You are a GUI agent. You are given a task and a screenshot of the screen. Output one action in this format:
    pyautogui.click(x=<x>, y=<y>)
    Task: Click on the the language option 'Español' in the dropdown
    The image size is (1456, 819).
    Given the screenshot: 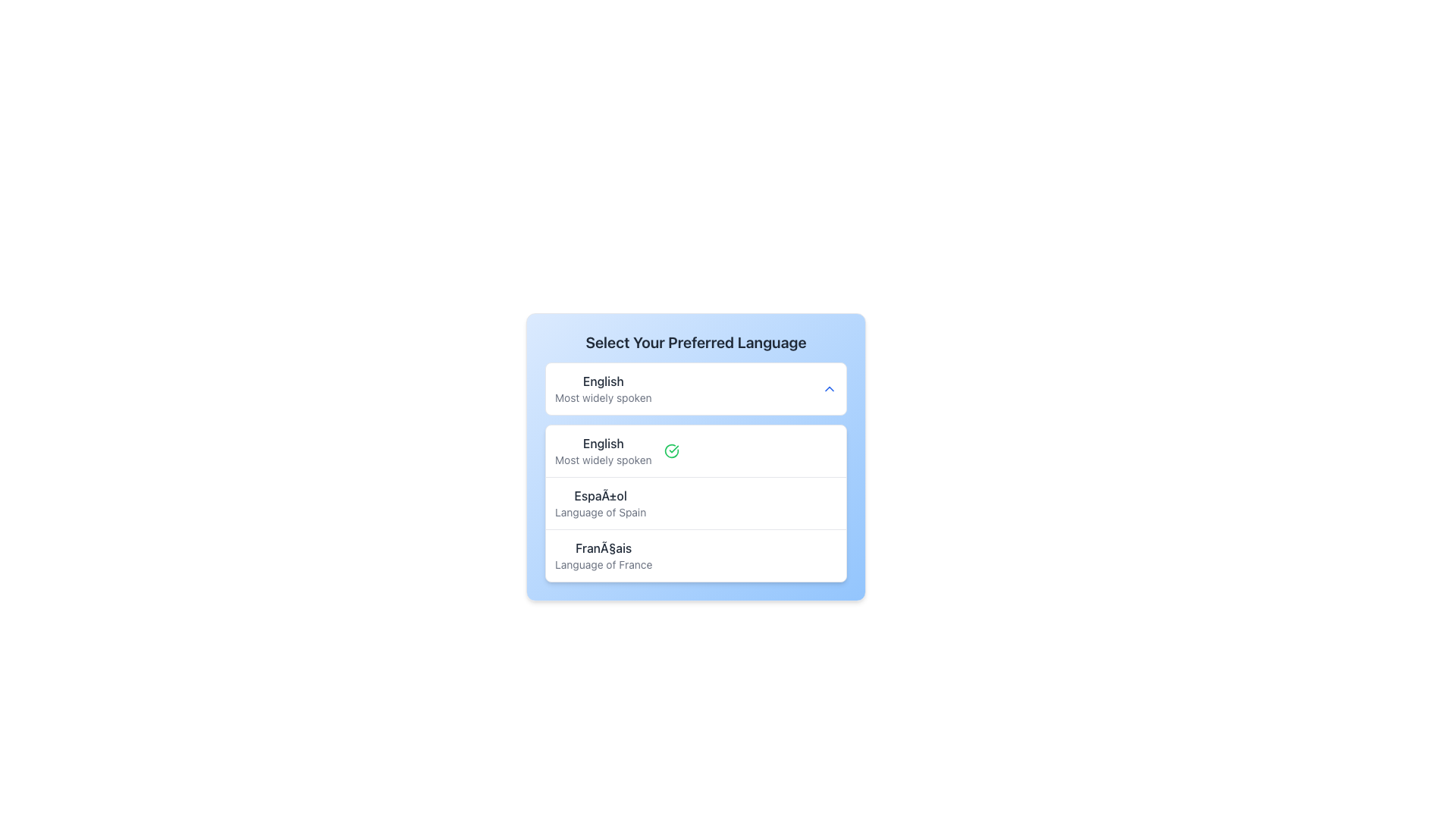 What is the action you would take?
    pyautogui.click(x=600, y=503)
    